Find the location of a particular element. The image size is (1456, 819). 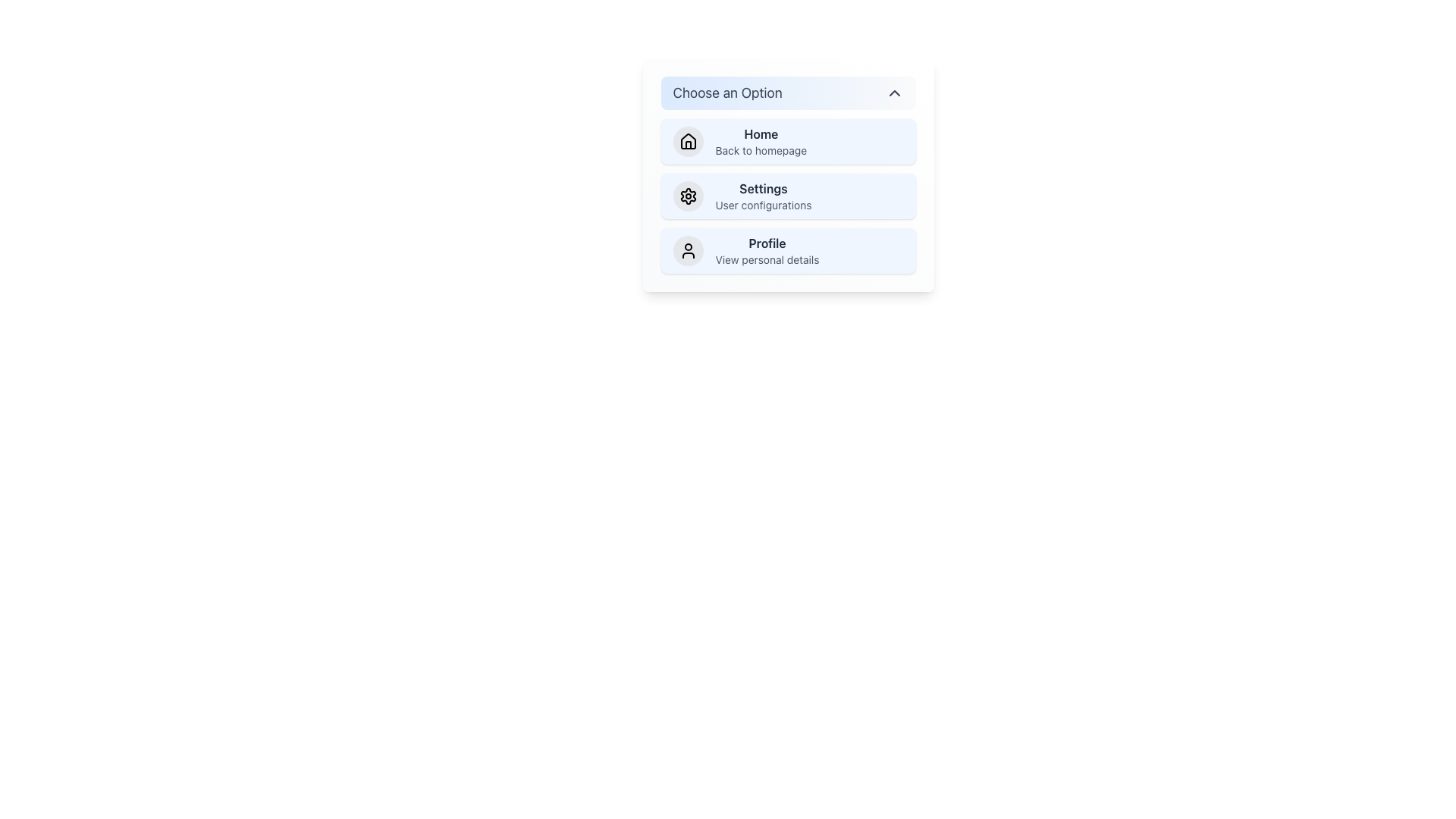

the 'Settings' button, which is the second option in a vertical list of three buttons is located at coordinates (788, 174).